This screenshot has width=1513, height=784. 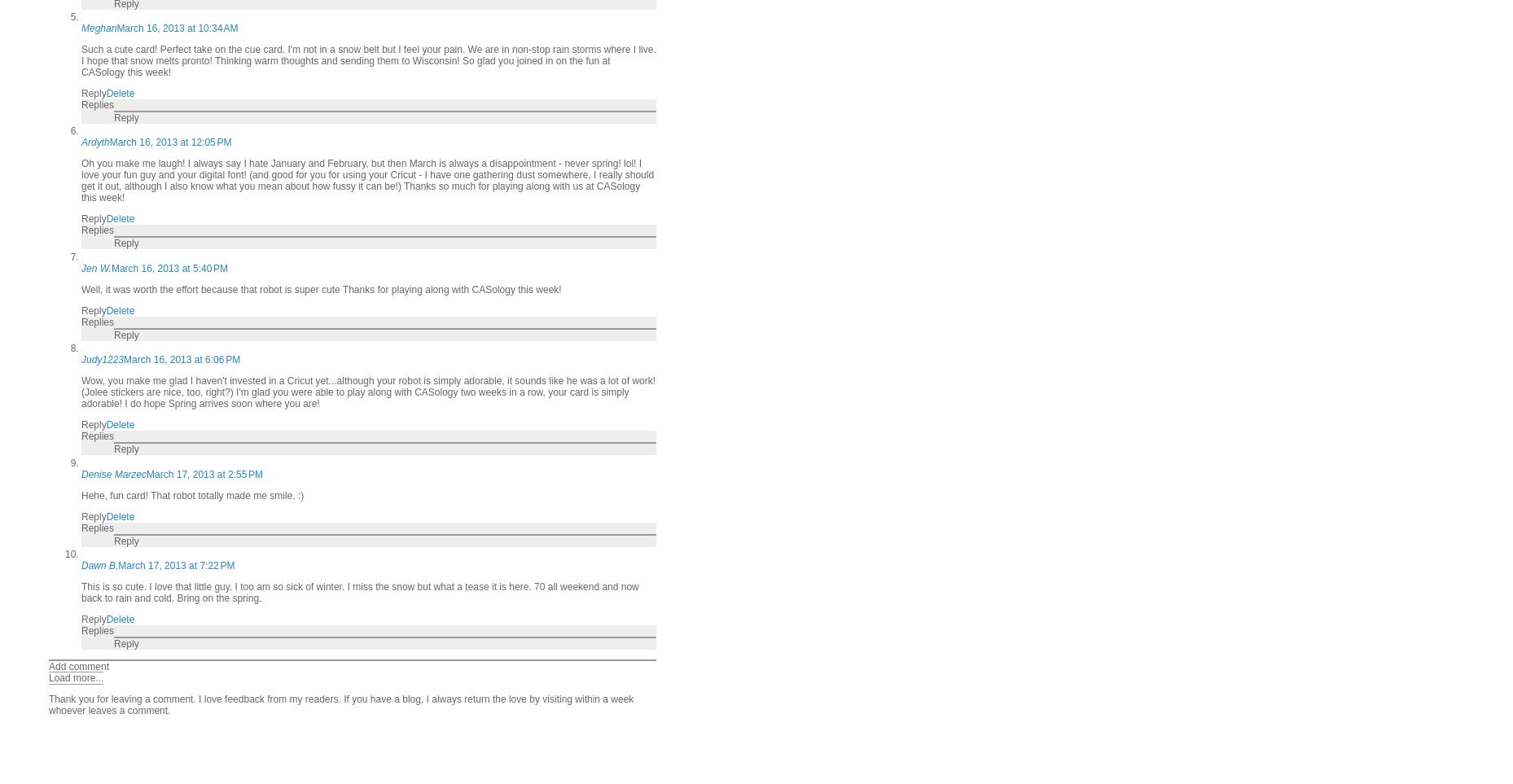 What do you see at coordinates (367, 61) in the screenshot?
I see `'Such a cute card!  Perfect take on the cue card.  I'm not in a snow belt but I feel your pain.  We are in non-stop rain storms where I live.  I hope that snow melts pronto!  Thinking warm thoughts and sending them to Wisconsin!   So glad you joined in on the fun at CASology this week!'` at bounding box center [367, 61].